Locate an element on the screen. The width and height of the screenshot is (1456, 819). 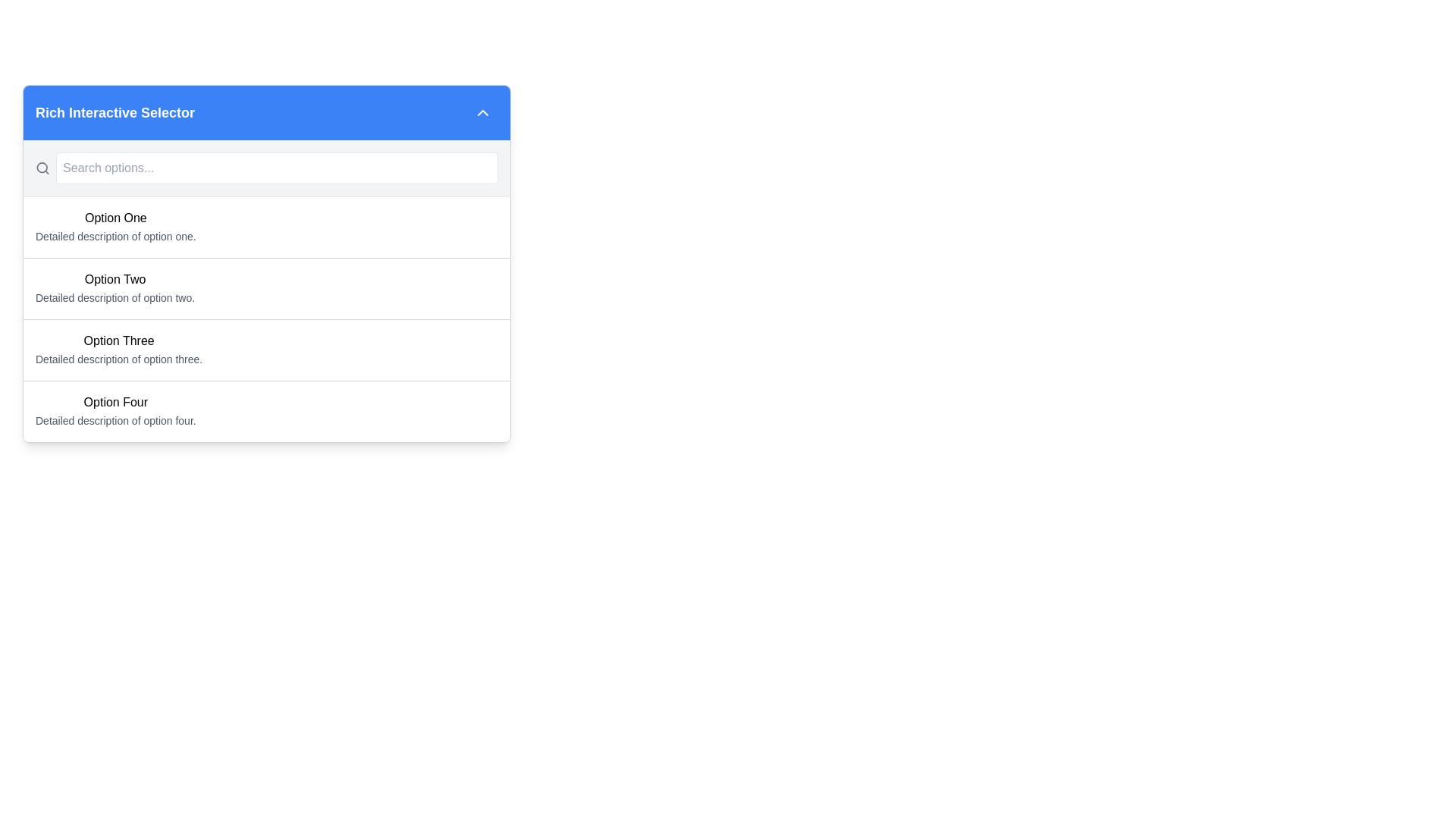
the chevron-up icon located in the top-right corner of the blue header bar labeled 'Rich Interactive Selector' is located at coordinates (482, 112).